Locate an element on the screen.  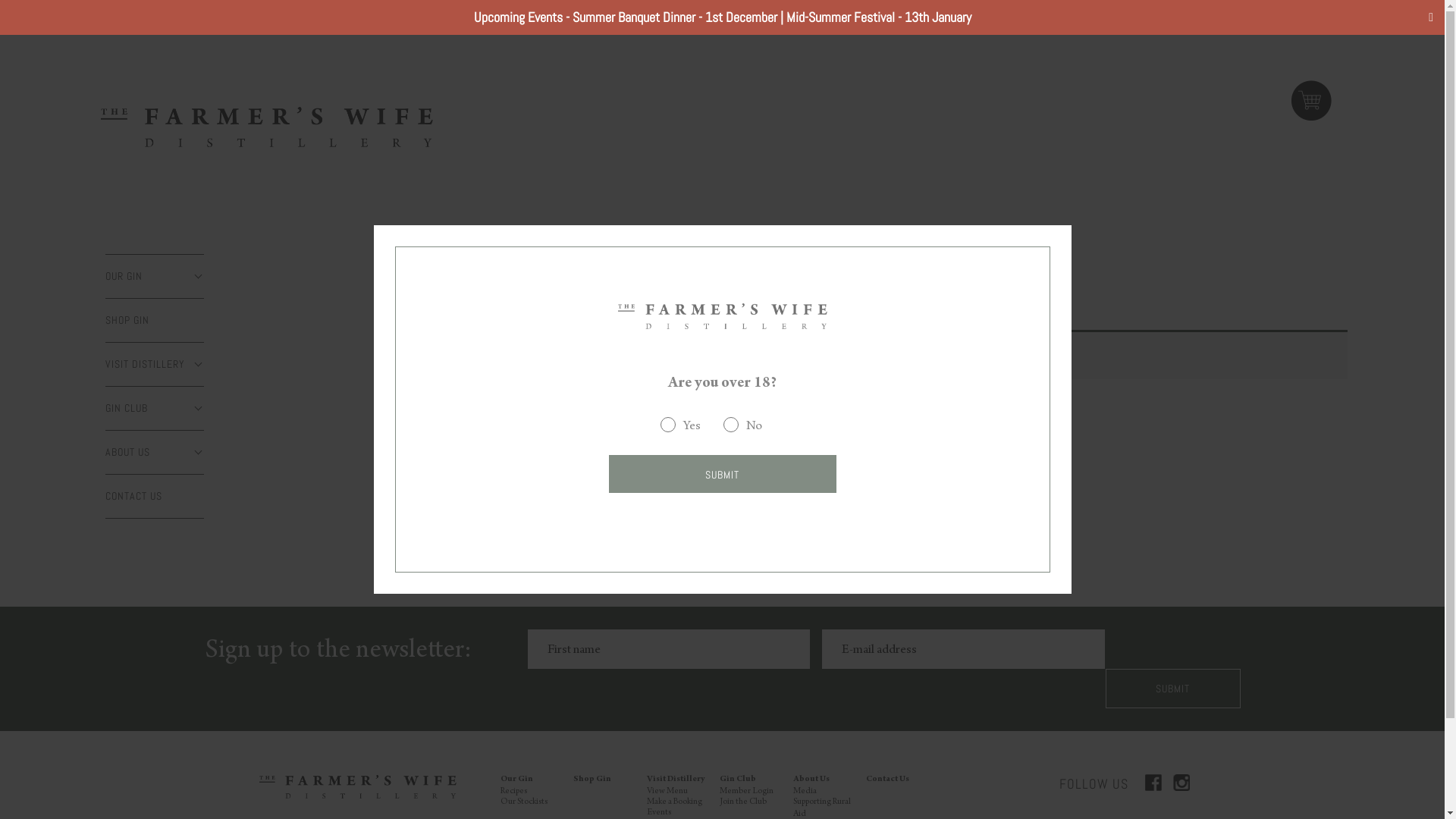
'Submit' is located at coordinates (720, 472).